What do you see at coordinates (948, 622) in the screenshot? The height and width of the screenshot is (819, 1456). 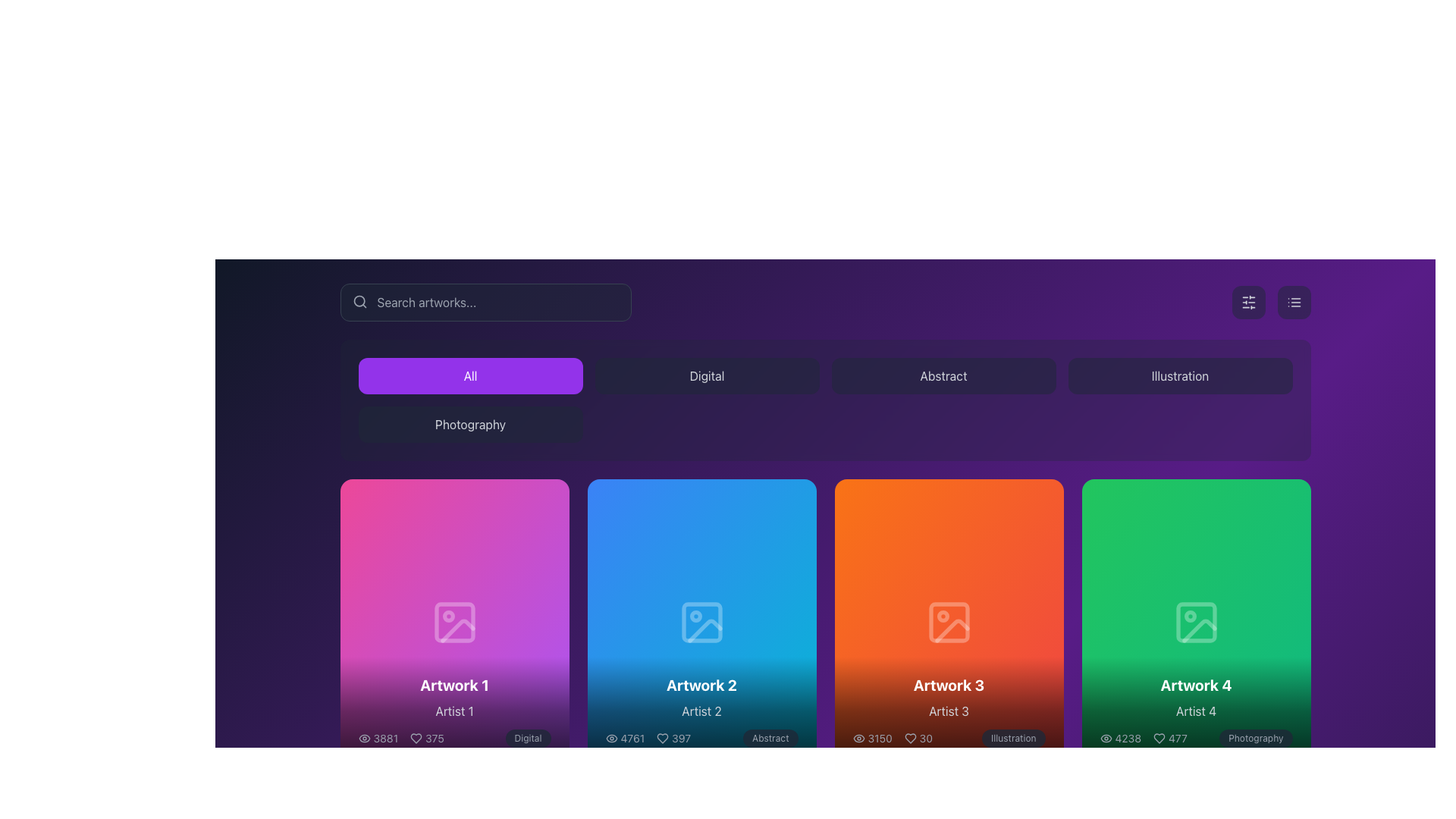 I see `the icon located within the third card that has an orange background` at bounding box center [948, 622].